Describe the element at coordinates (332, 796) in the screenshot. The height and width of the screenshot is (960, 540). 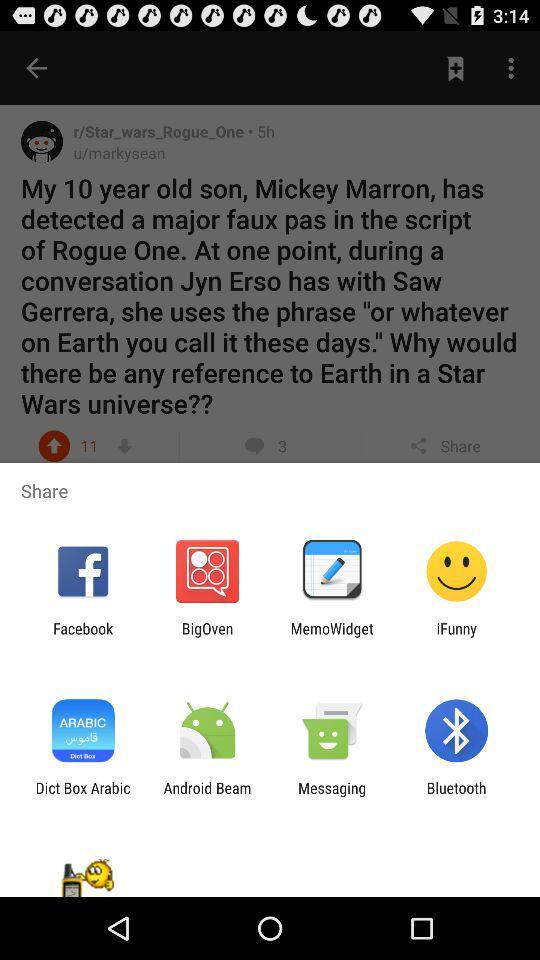
I see `the messaging icon` at that location.